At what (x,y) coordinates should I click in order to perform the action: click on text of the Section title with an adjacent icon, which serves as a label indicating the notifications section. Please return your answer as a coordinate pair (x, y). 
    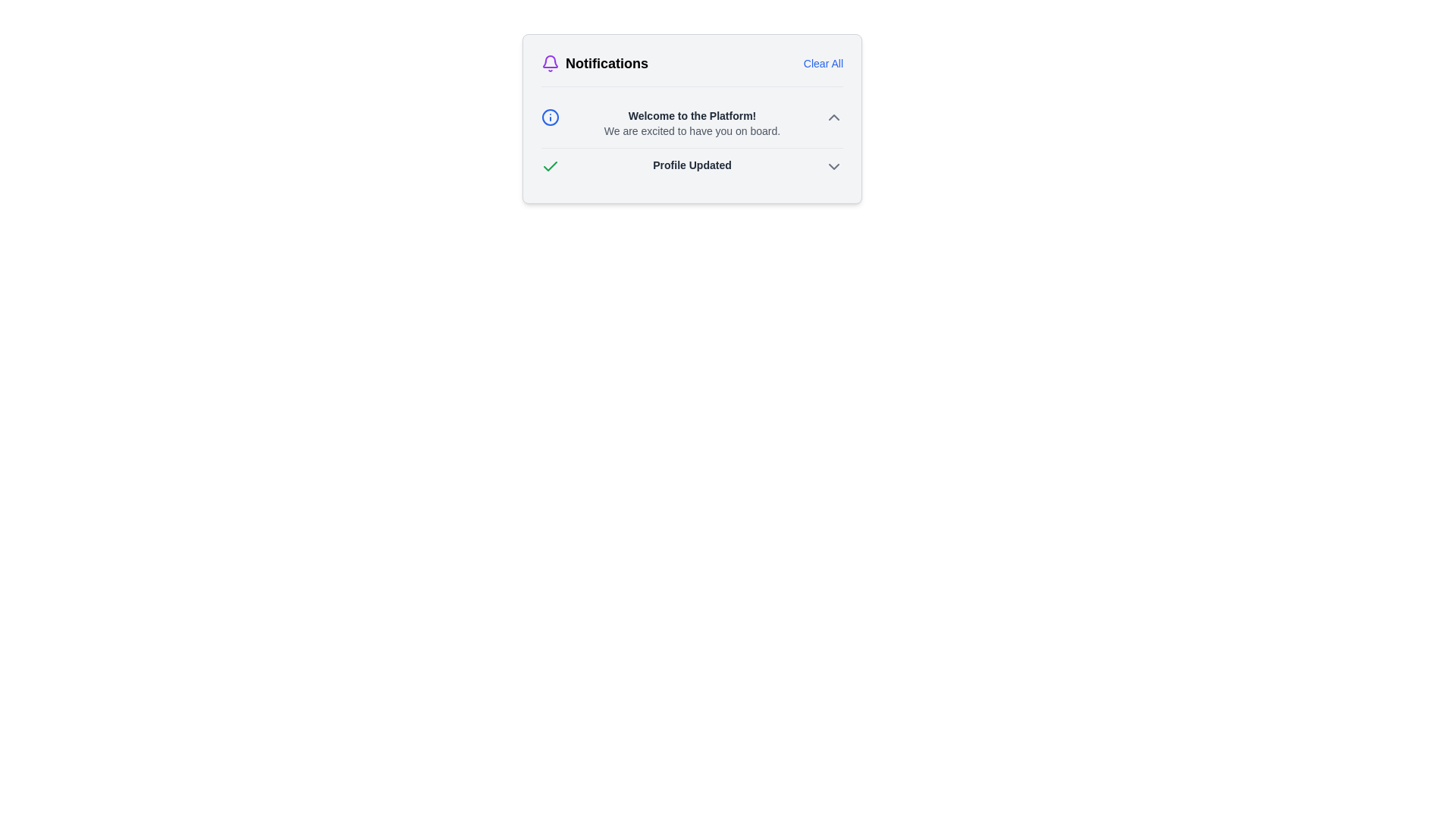
    Looking at the image, I should click on (594, 63).